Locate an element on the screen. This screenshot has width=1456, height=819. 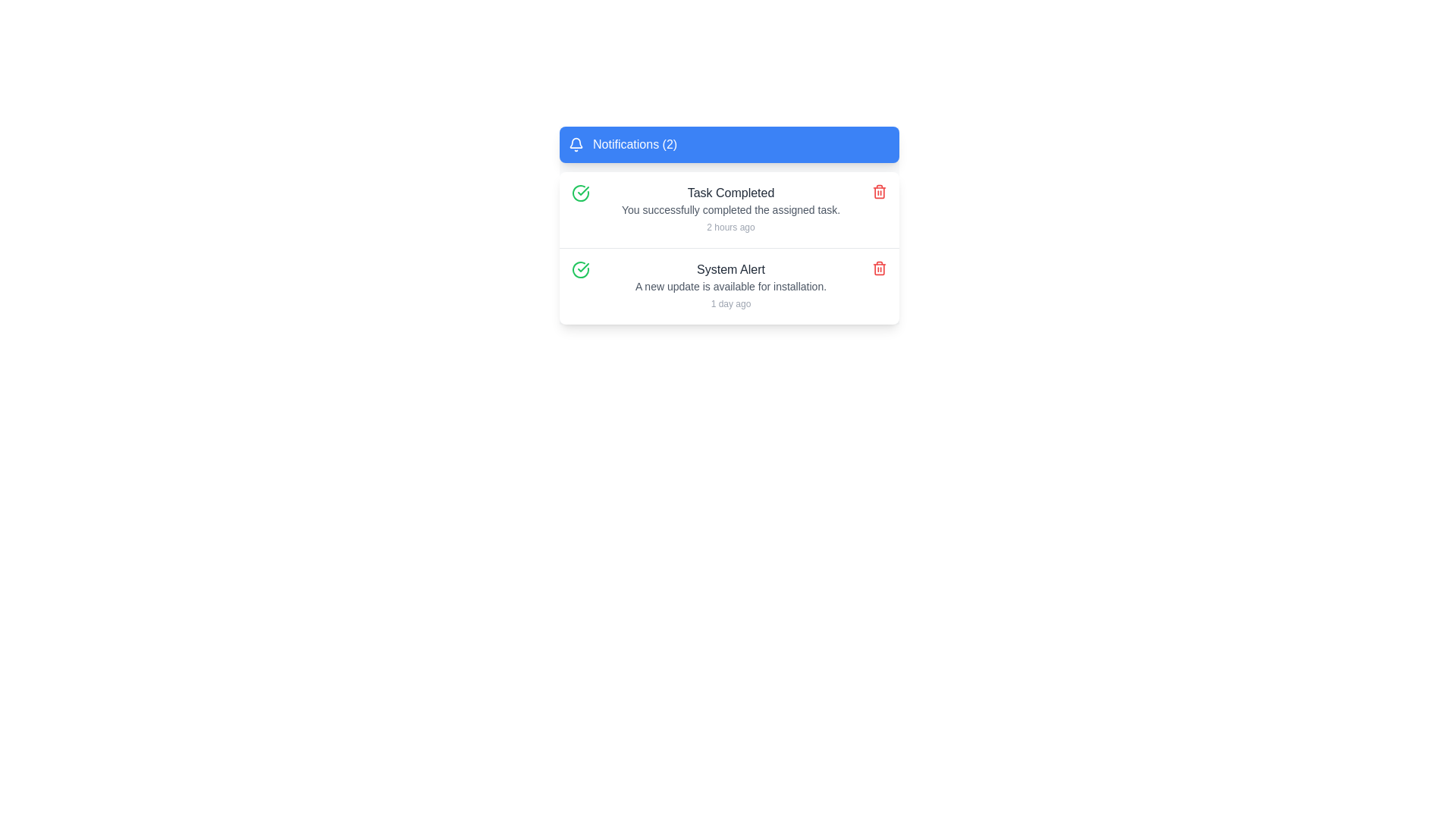
the circular green outlined icon with a checkmark that indicates task completion, located next to the 'Task Completed' text in the notification list is located at coordinates (580, 192).